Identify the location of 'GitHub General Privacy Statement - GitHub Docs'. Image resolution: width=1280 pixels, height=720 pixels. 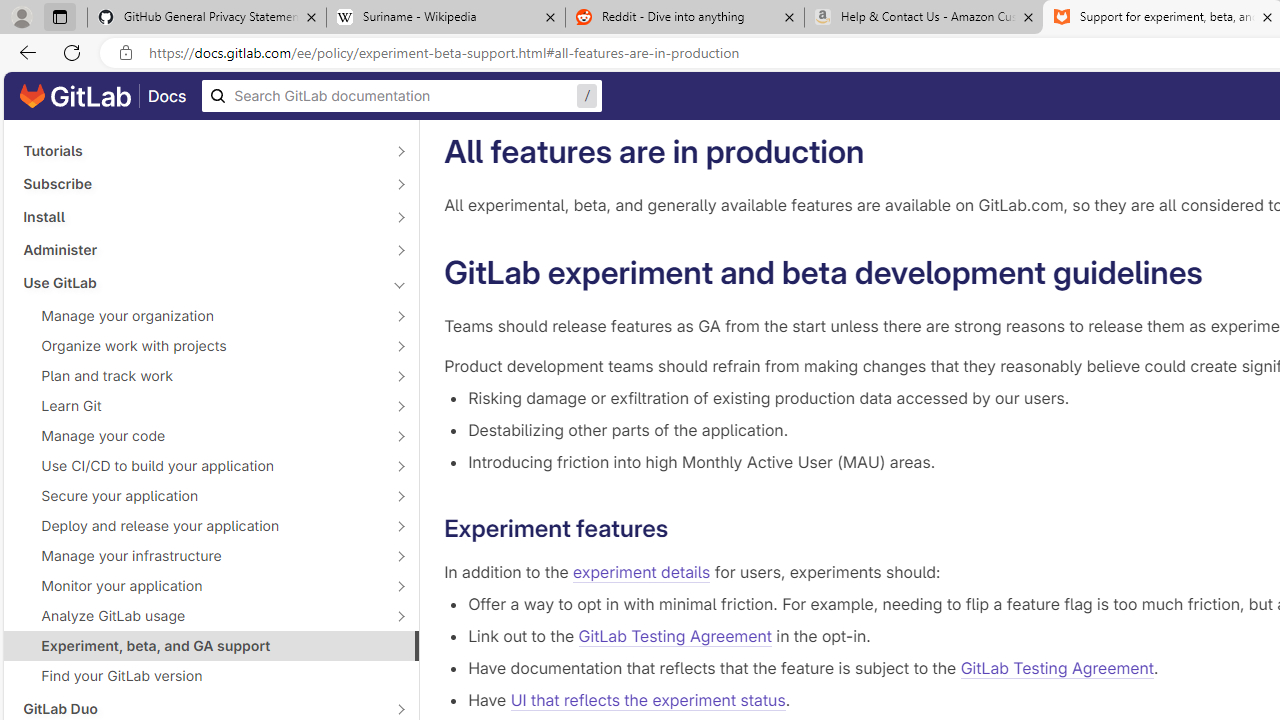
(207, 17).